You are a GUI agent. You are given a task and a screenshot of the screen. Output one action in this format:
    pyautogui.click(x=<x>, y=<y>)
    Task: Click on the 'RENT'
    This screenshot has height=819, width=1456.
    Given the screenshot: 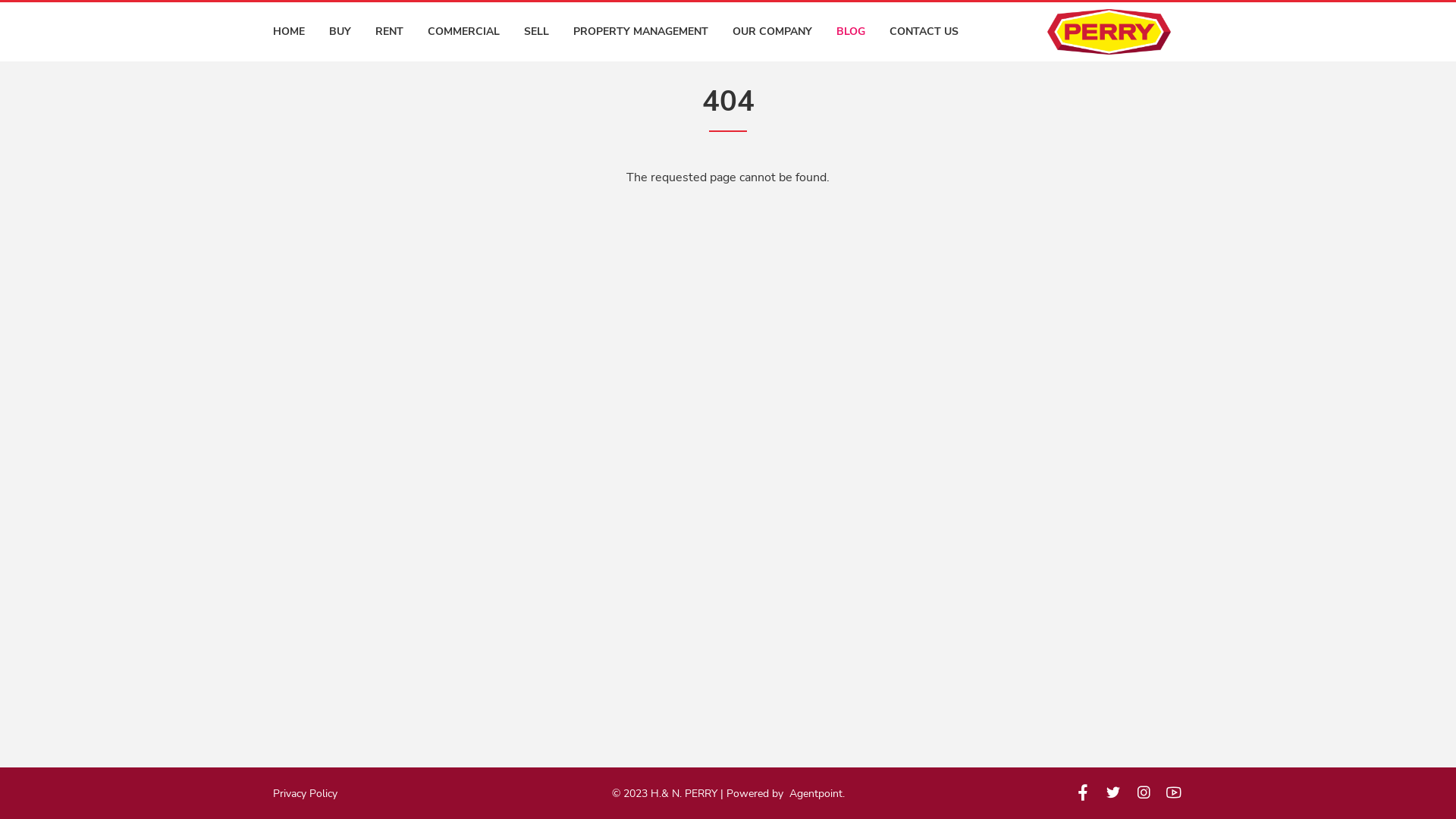 What is the action you would take?
    pyautogui.click(x=389, y=32)
    